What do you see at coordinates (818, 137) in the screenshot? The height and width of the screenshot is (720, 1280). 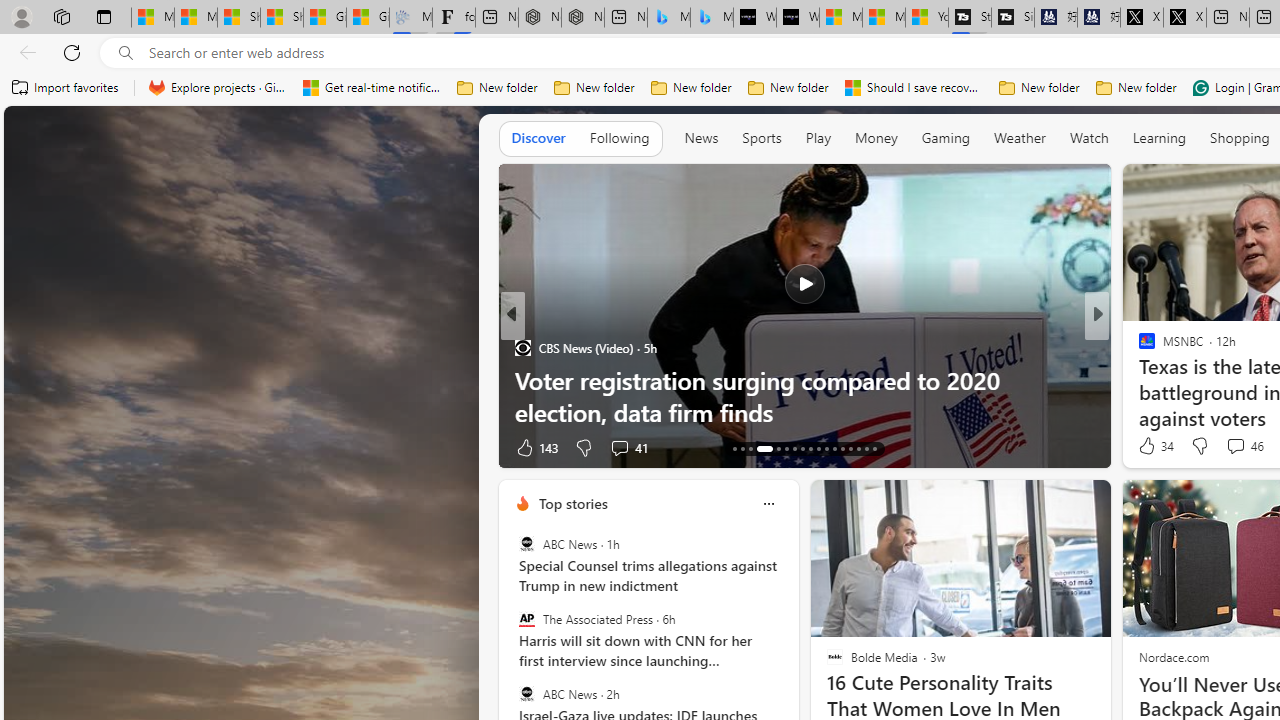 I see `'Play'` at bounding box center [818, 137].